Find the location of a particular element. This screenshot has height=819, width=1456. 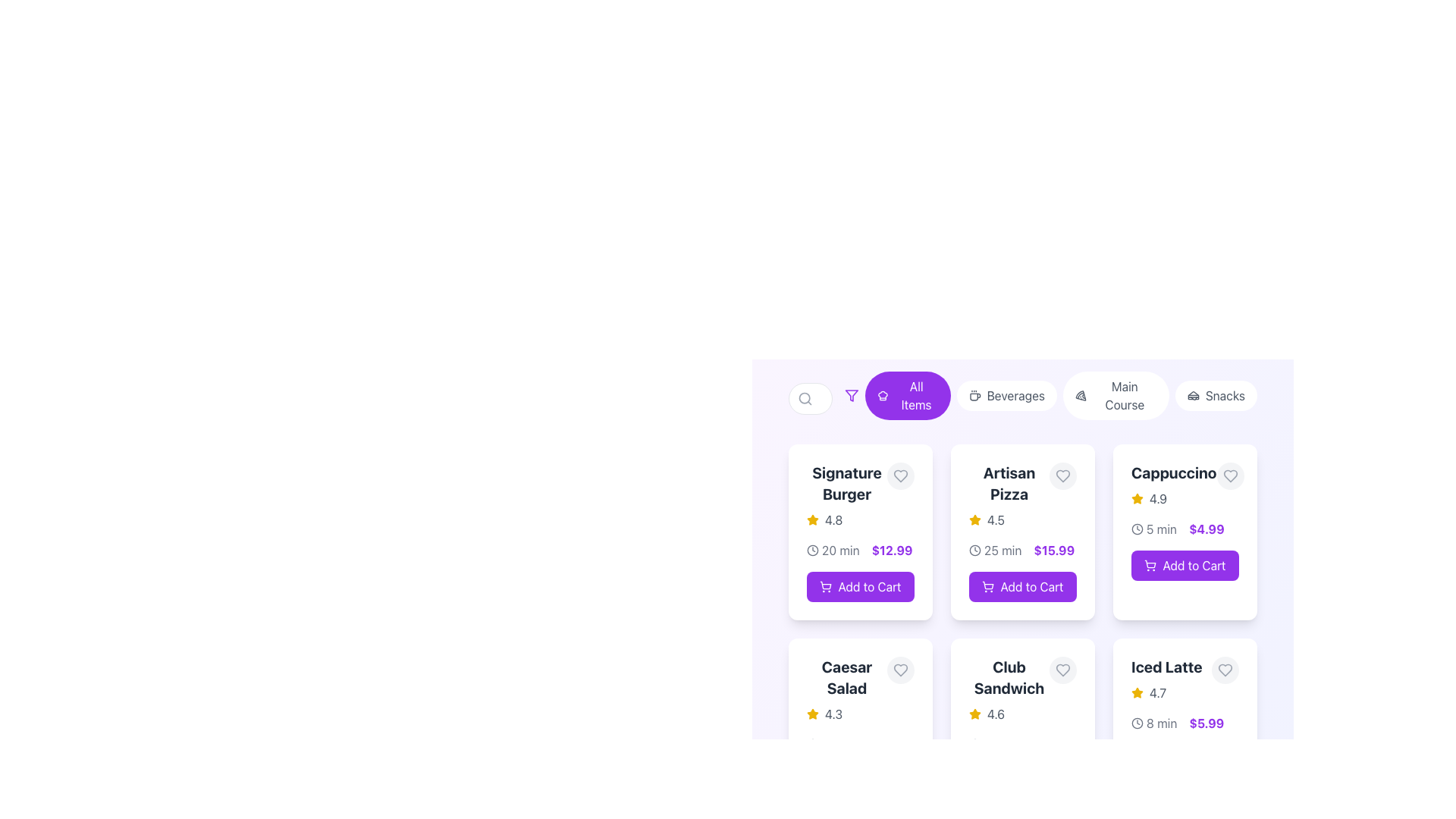

the 'Main Course' category menu item to filter the displayed food items in the selection interface is located at coordinates (1116, 394).